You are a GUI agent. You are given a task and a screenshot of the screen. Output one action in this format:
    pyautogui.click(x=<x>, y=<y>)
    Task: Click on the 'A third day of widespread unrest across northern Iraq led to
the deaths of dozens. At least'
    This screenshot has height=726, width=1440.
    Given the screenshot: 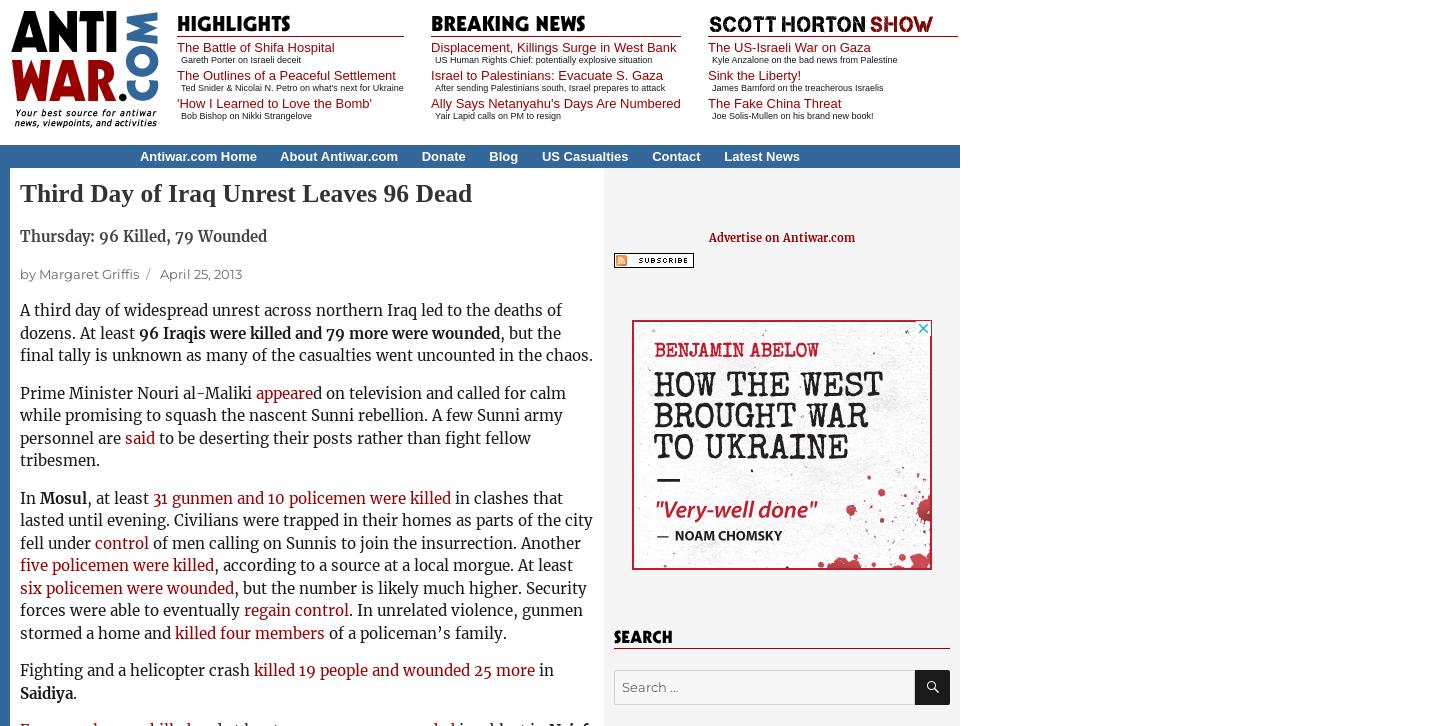 What is the action you would take?
    pyautogui.click(x=290, y=320)
    